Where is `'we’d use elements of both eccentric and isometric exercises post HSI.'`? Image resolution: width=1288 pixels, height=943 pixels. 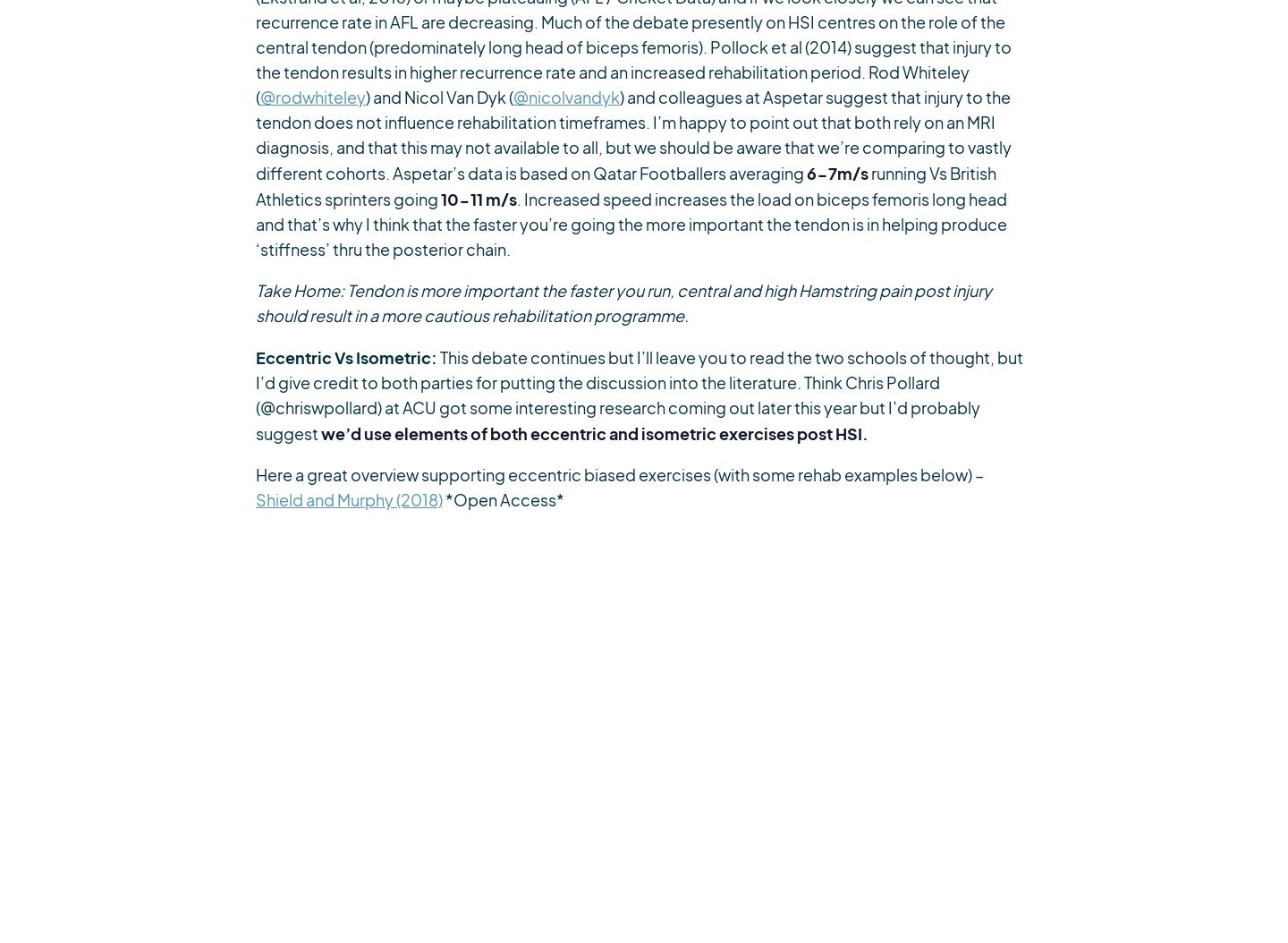
'we’d use elements of both eccentric and isometric exercises post HSI.' is located at coordinates (594, 432).